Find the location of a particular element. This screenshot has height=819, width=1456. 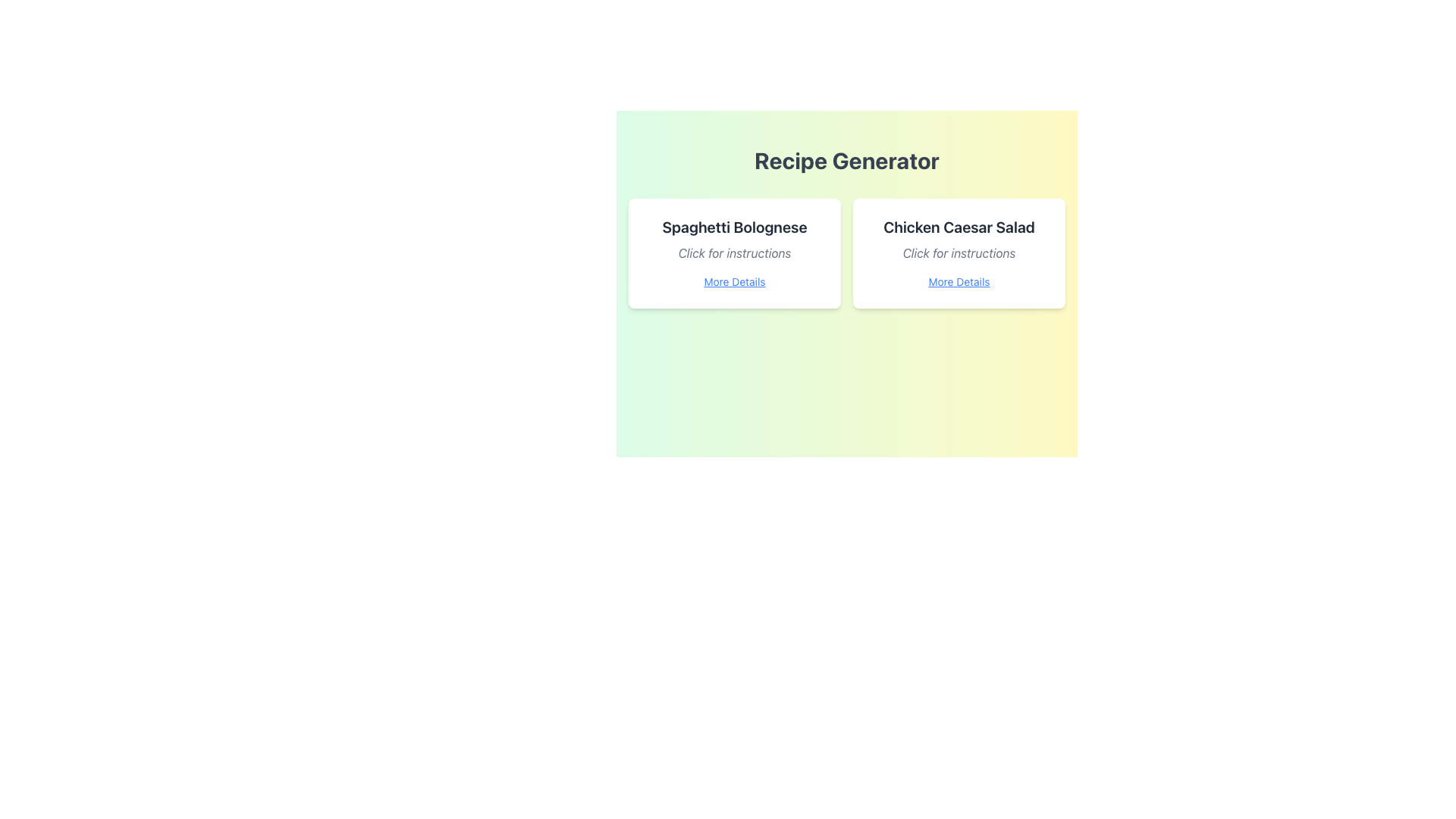

the navigational link related to 'Chicken Caesar Salad' is located at coordinates (958, 281).